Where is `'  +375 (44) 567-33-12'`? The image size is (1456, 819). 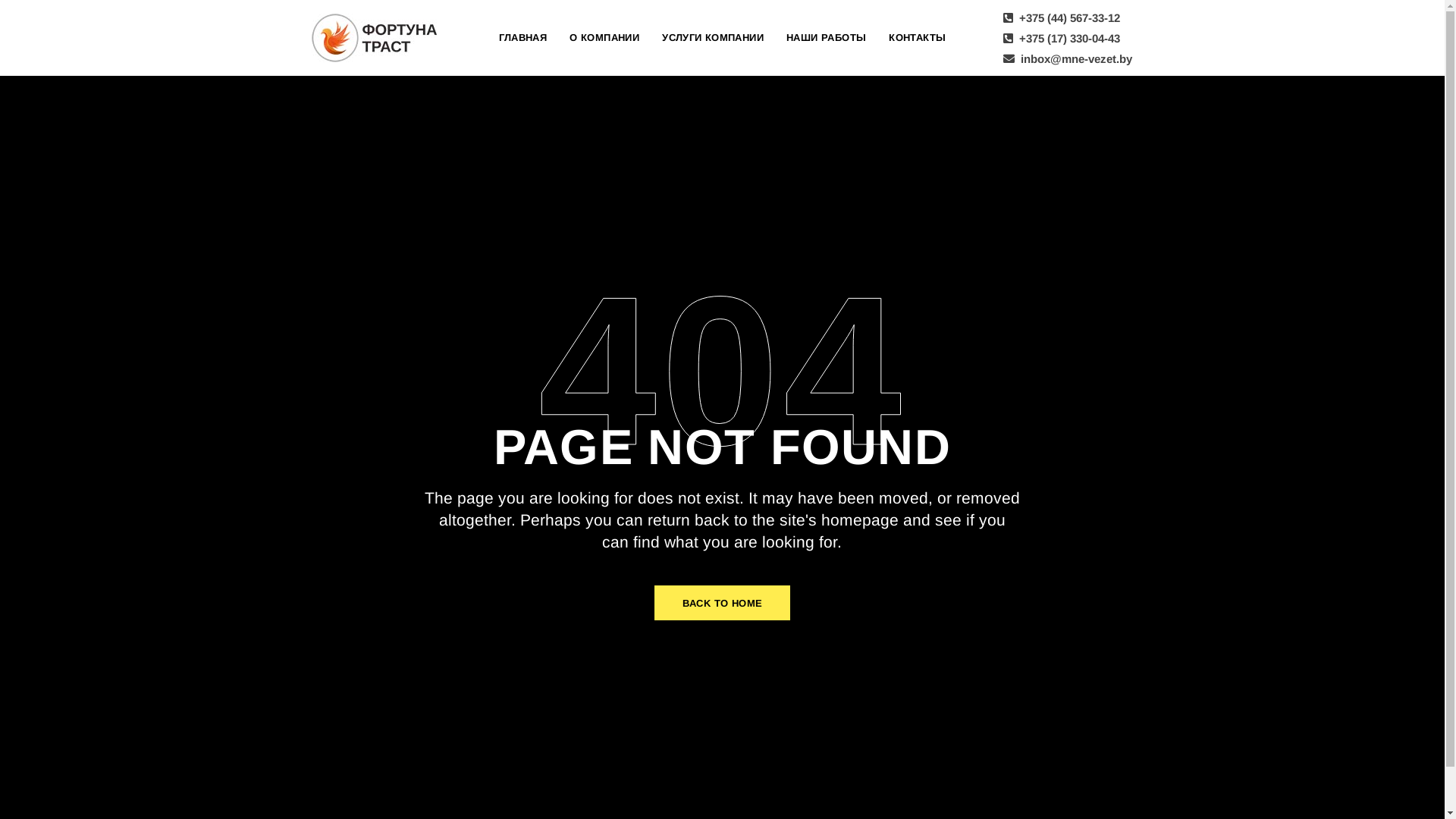 '  +375 (44) 567-33-12' is located at coordinates (1059, 17).